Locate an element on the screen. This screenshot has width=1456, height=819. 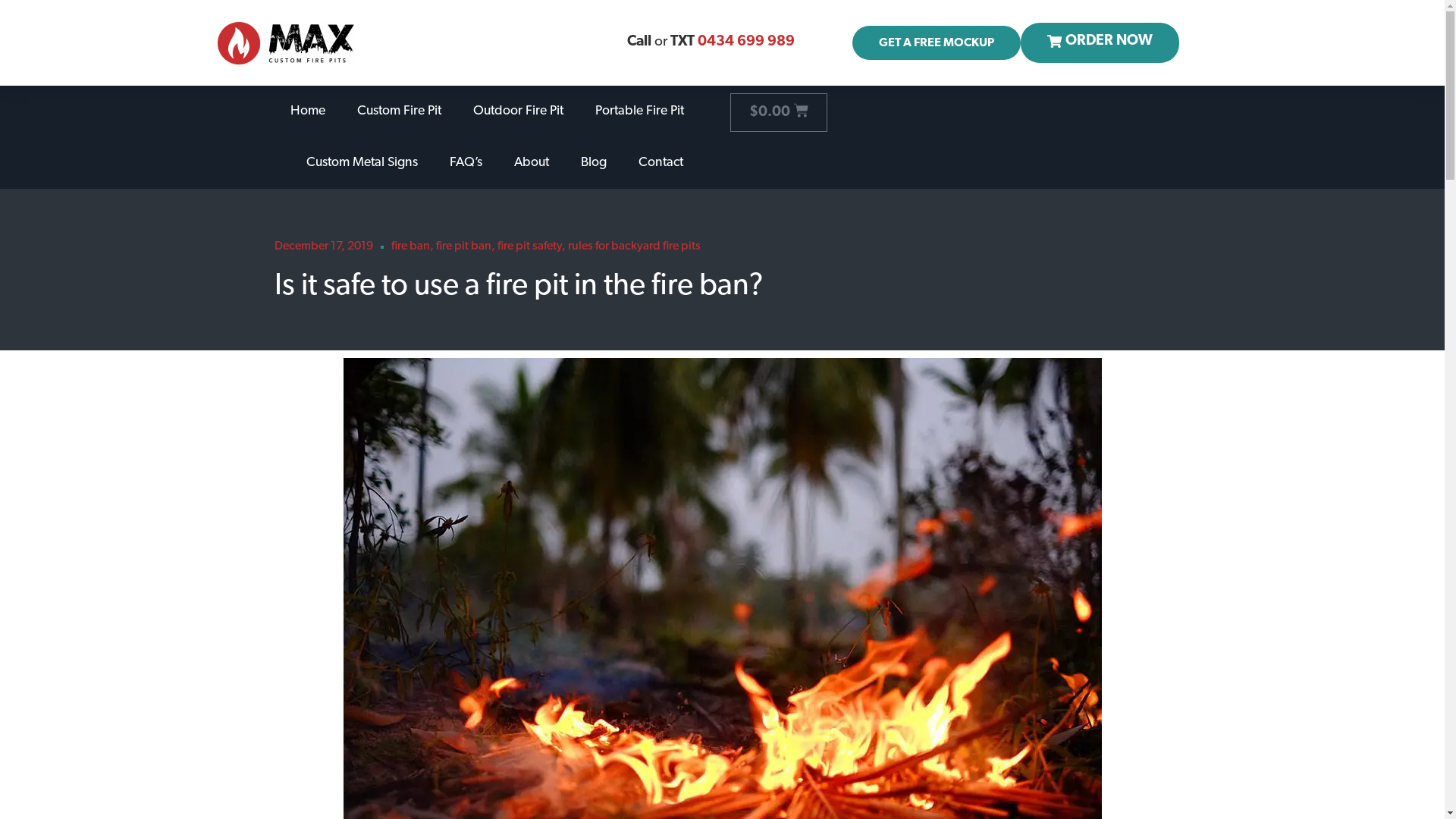
'max-firepits-logo@2x' is located at coordinates (286, 42).